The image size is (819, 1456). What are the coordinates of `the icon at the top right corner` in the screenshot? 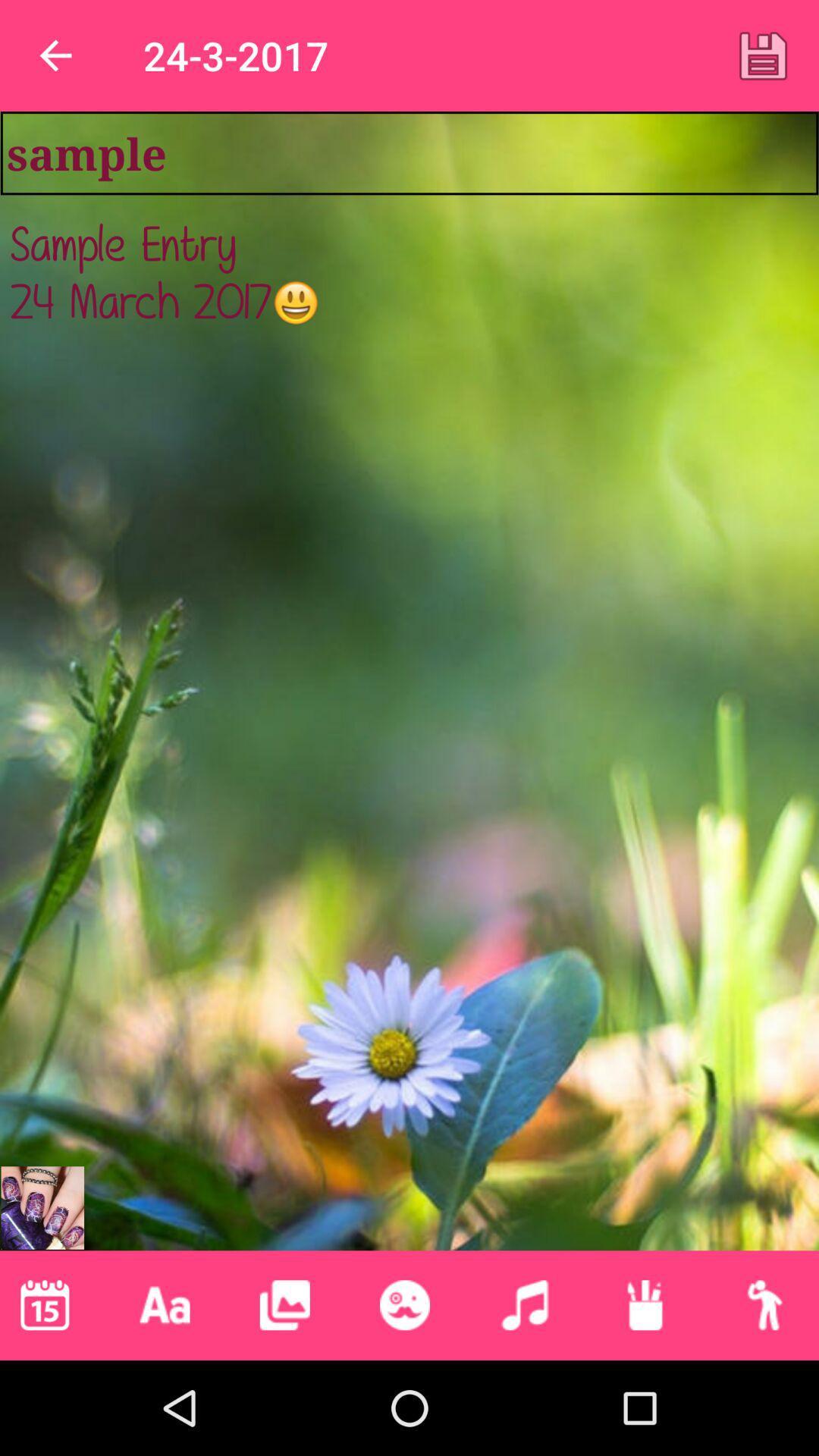 It's located at (763, 55).